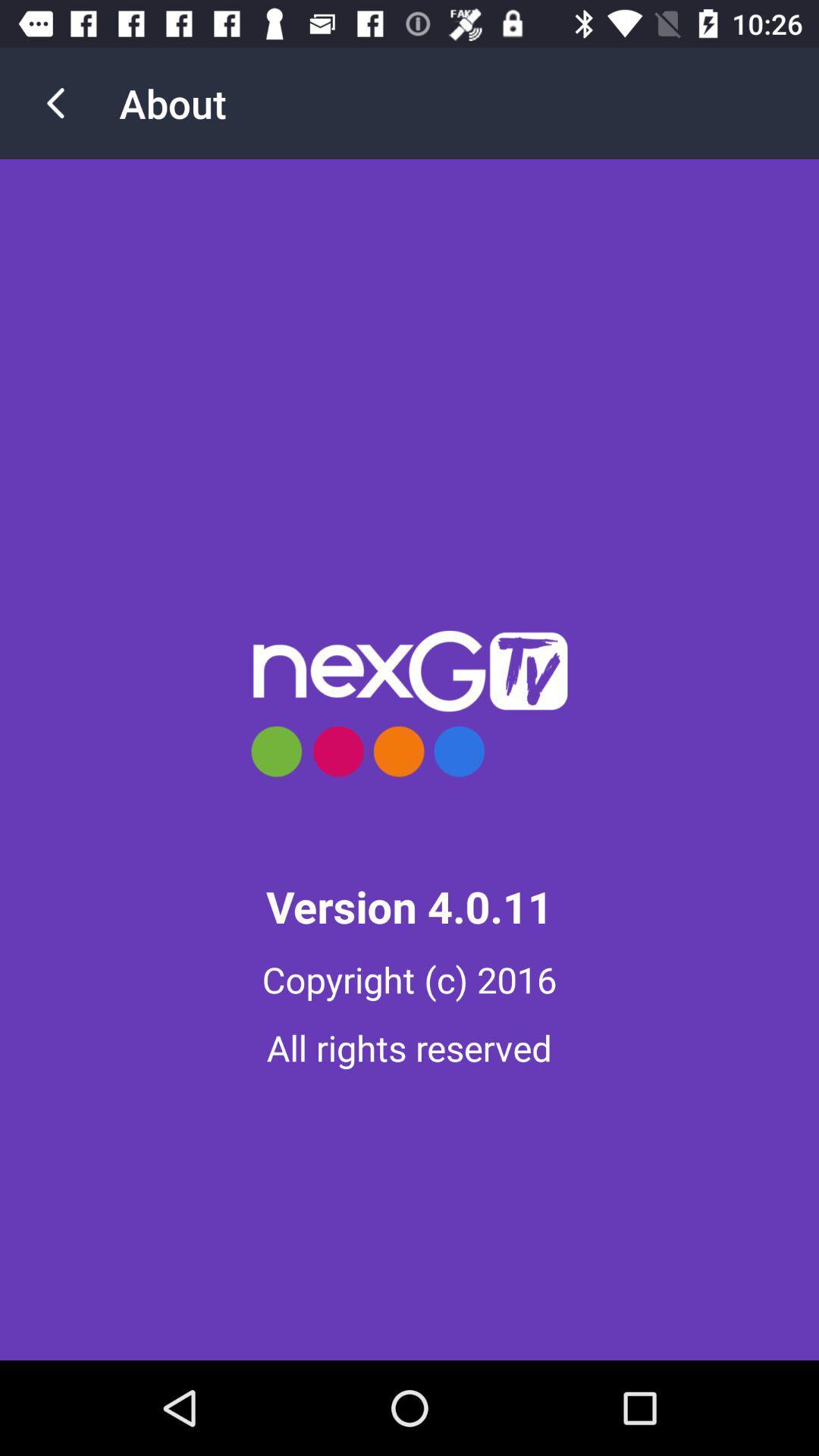 This screenshot has height=1456, width=819. I want to click on return to previous, so click(55, 102).